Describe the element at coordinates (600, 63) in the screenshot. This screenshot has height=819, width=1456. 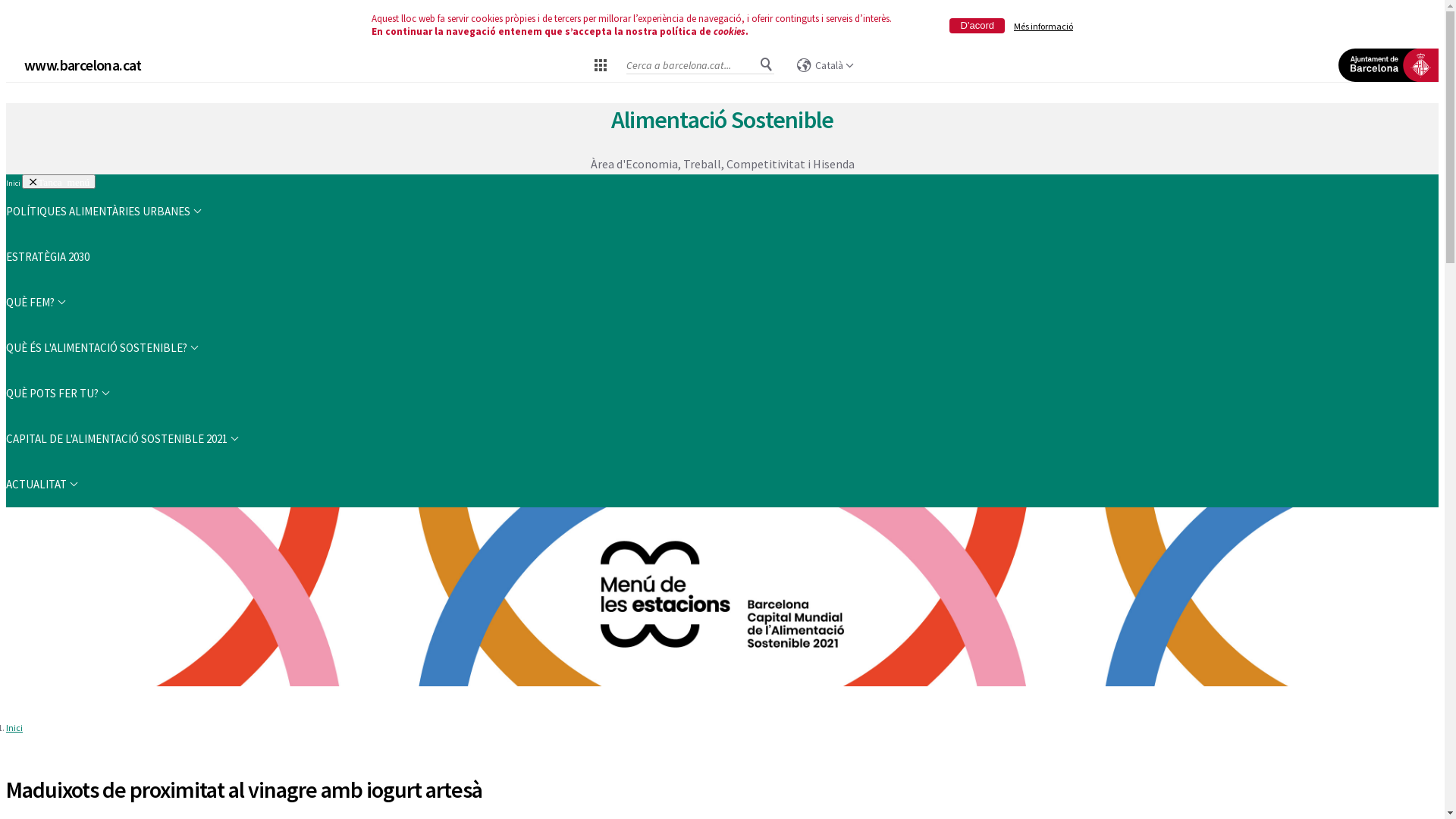
I see `'Dreceres de barcelona.cat'` at that location.